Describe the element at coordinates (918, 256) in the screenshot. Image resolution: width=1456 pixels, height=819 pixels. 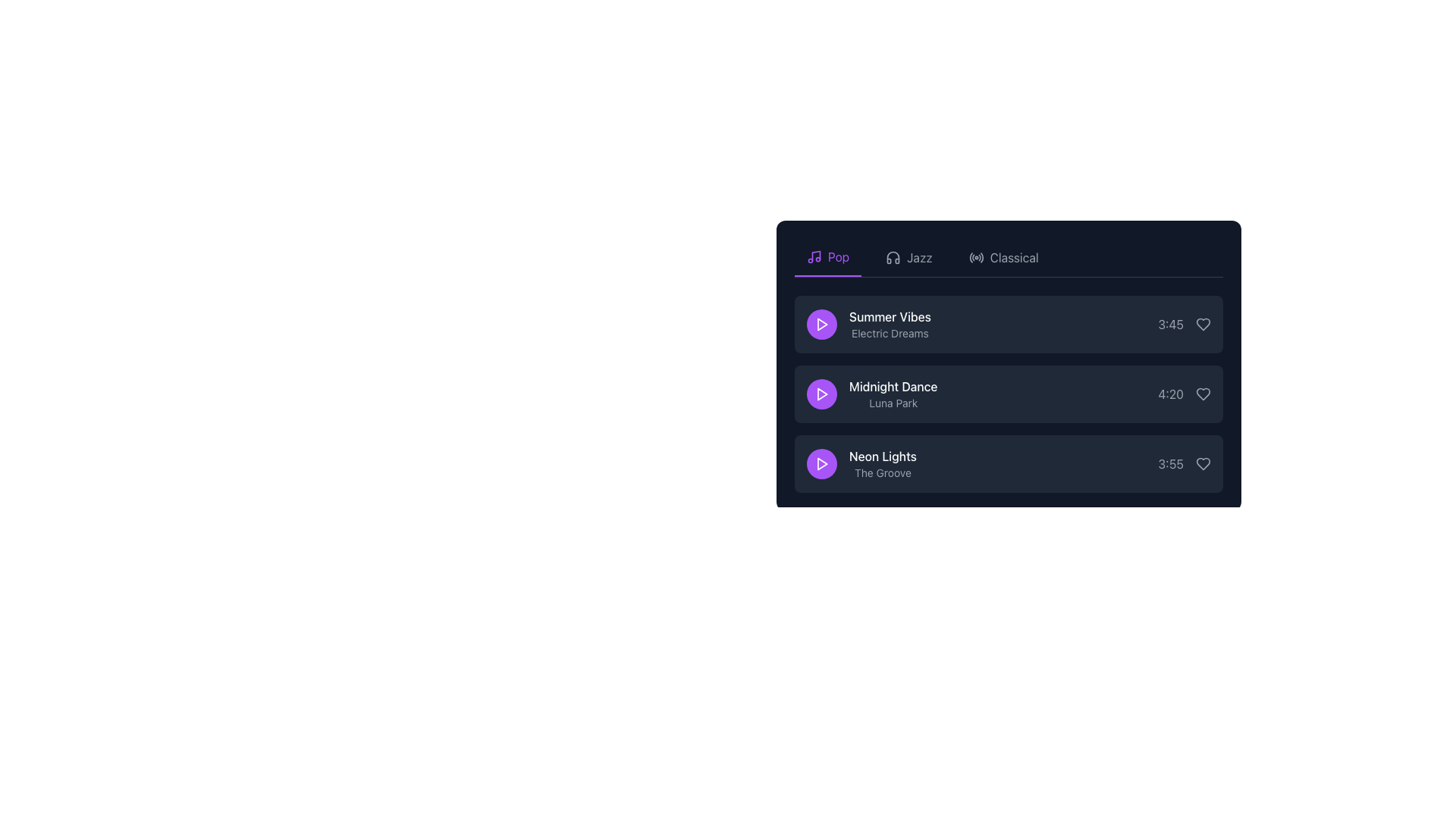
I see `the 'Jazz' text label in the top navigation bar` at that location.